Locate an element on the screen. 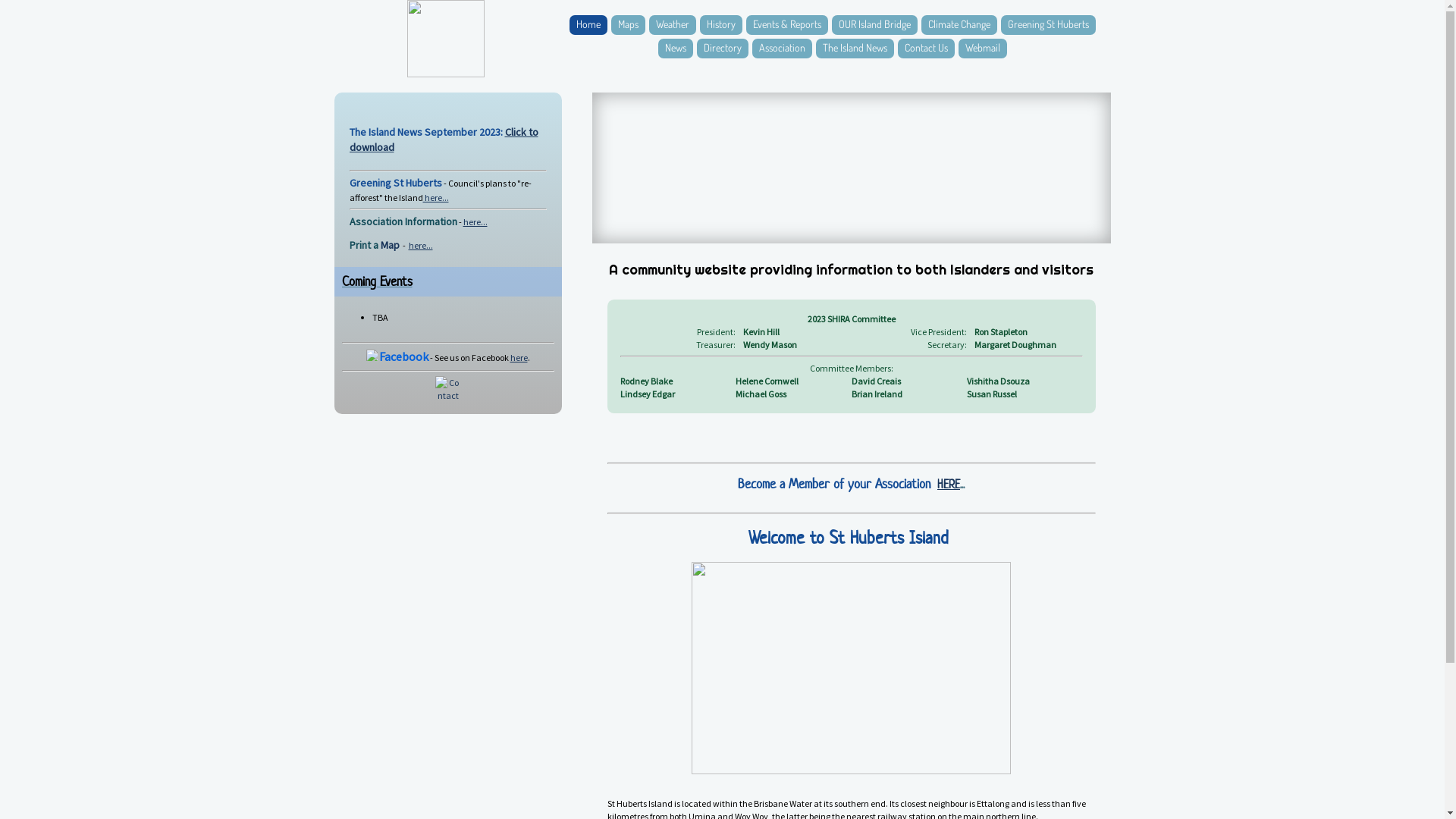 The height and width of the screenshot is (819, 1456). 'The Island News' is located at coordinates (855, 48).